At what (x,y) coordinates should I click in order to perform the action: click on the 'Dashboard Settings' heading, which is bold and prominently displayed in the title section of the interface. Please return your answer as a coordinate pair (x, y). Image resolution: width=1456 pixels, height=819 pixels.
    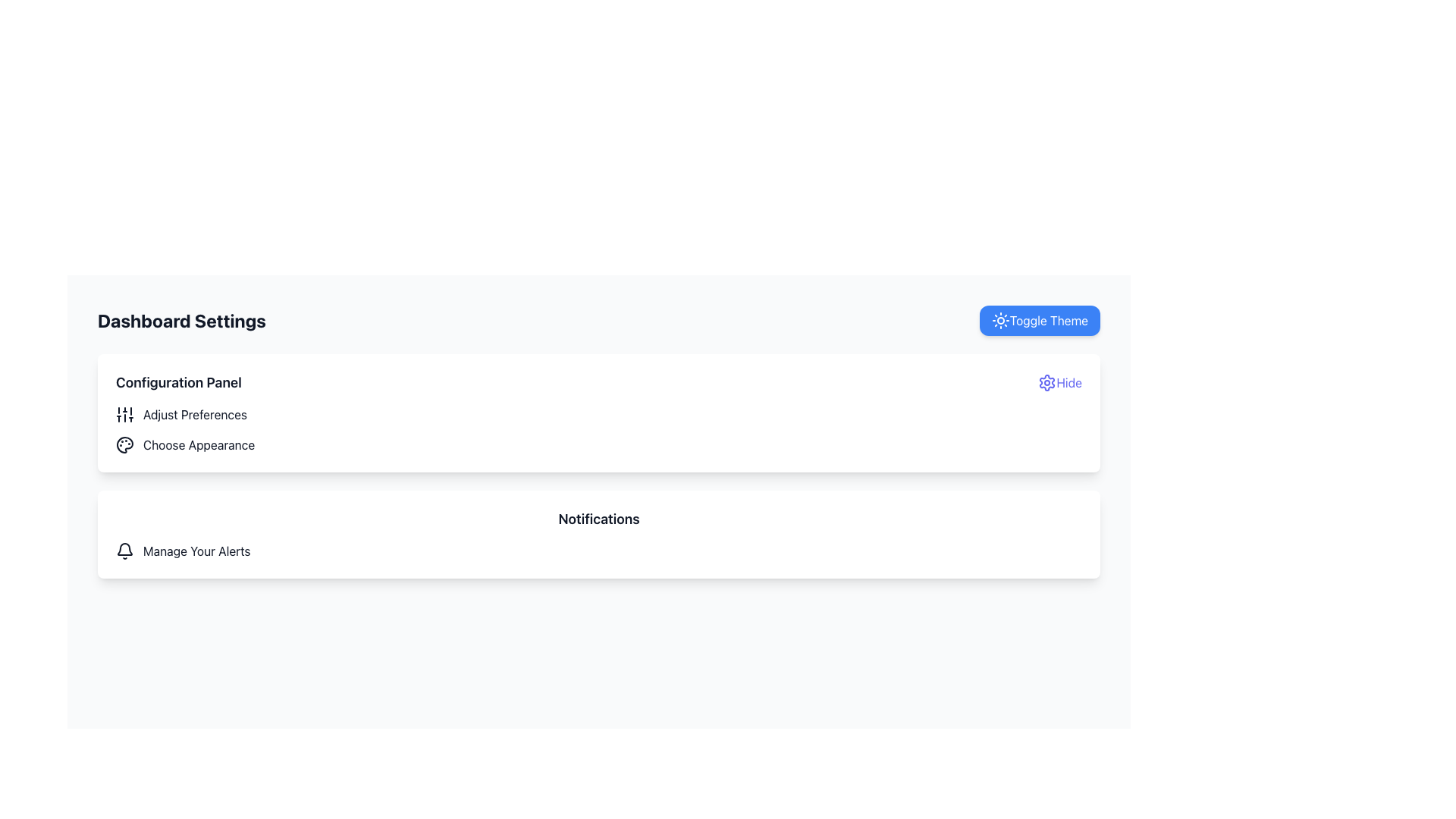
    Looking at the image, I should click on (182, 320).